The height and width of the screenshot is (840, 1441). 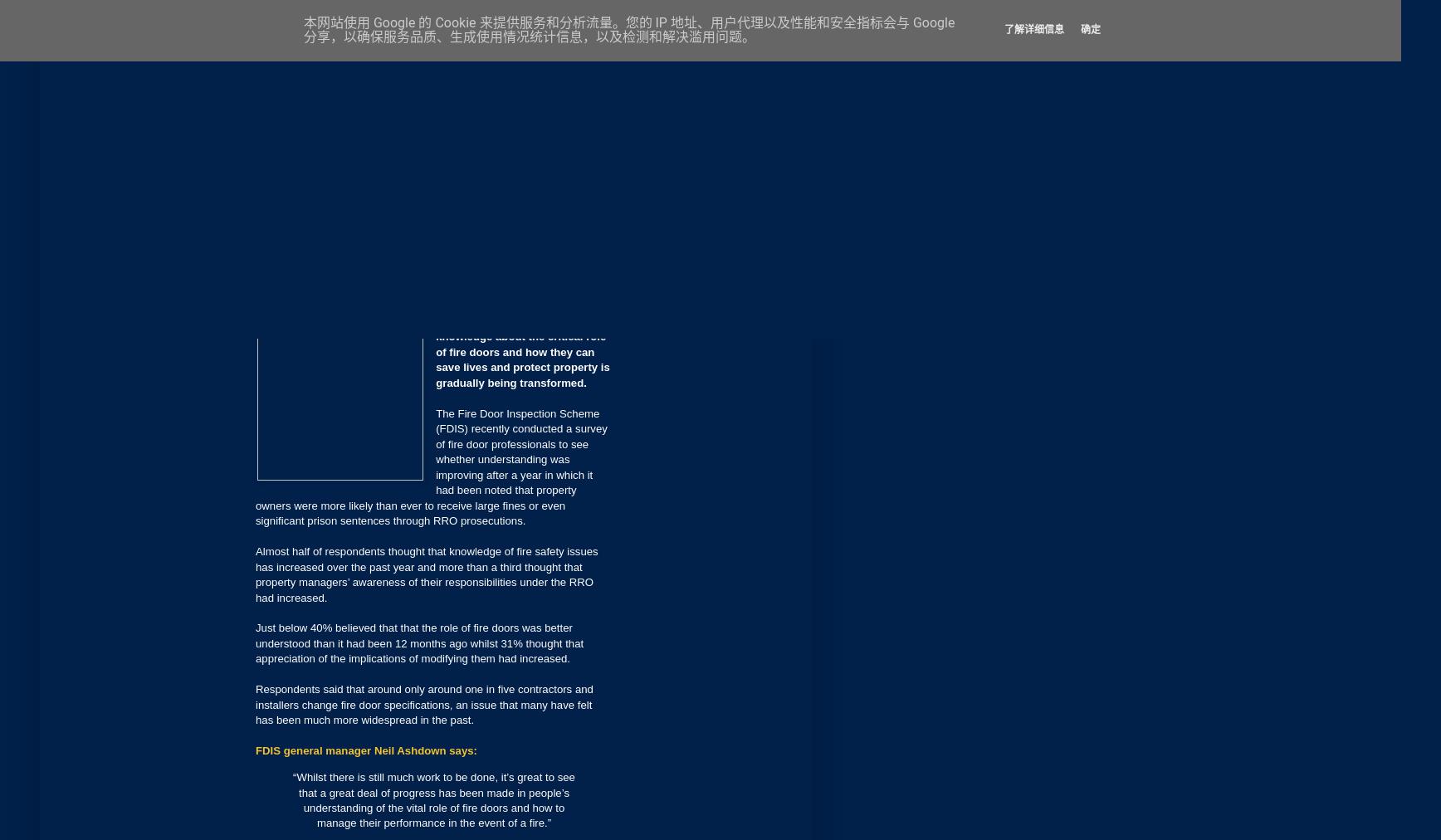 I want to click on 'Respondents said that around only around one in five contractors and installers change fire door specifications, an issue that many have felt has been much more widespread in the past.', so click(x=424, y=703).